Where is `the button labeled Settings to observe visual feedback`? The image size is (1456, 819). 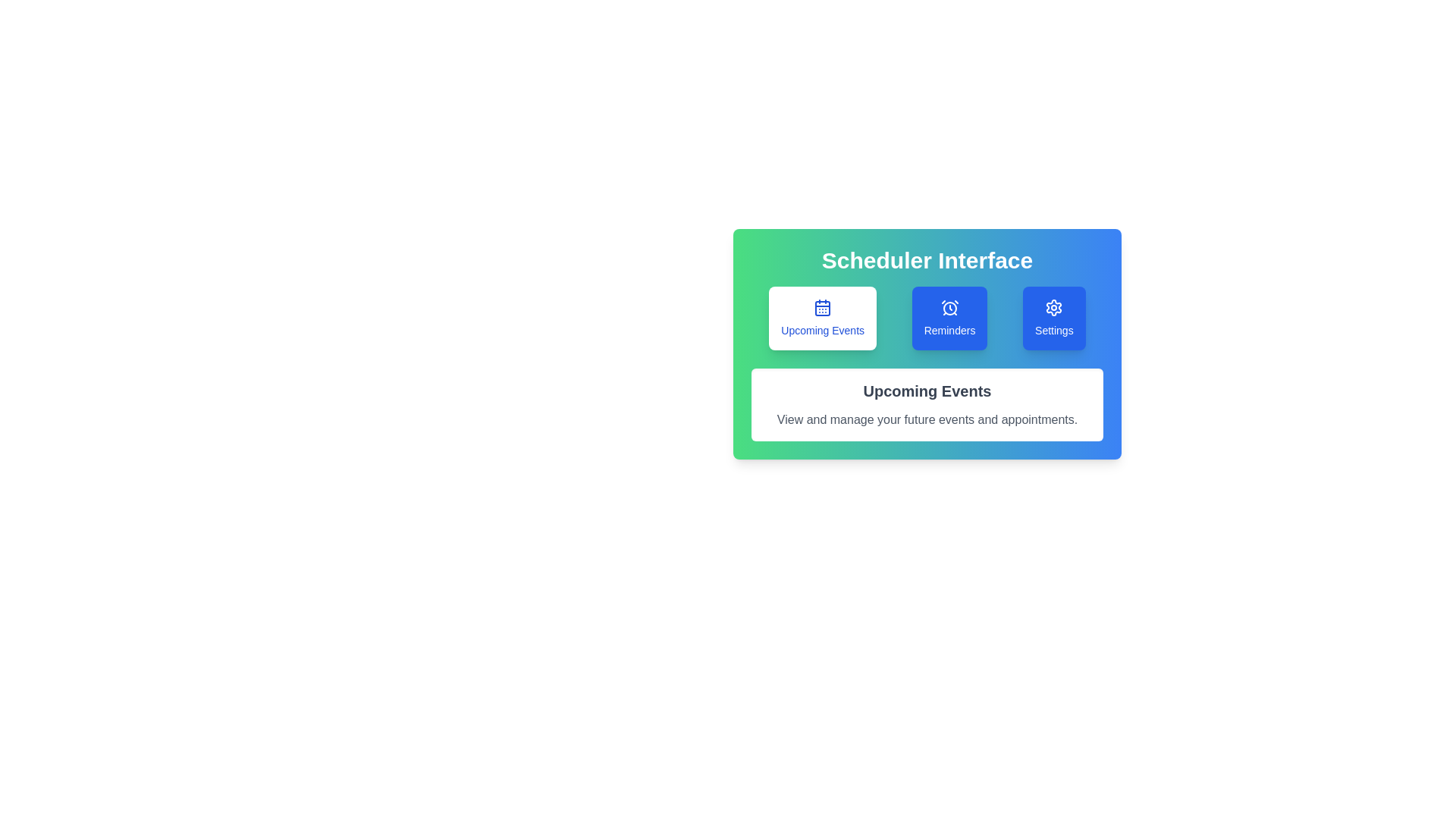 the button labeled Settings to observe visual feedback is located at coordinates (1053, 318).